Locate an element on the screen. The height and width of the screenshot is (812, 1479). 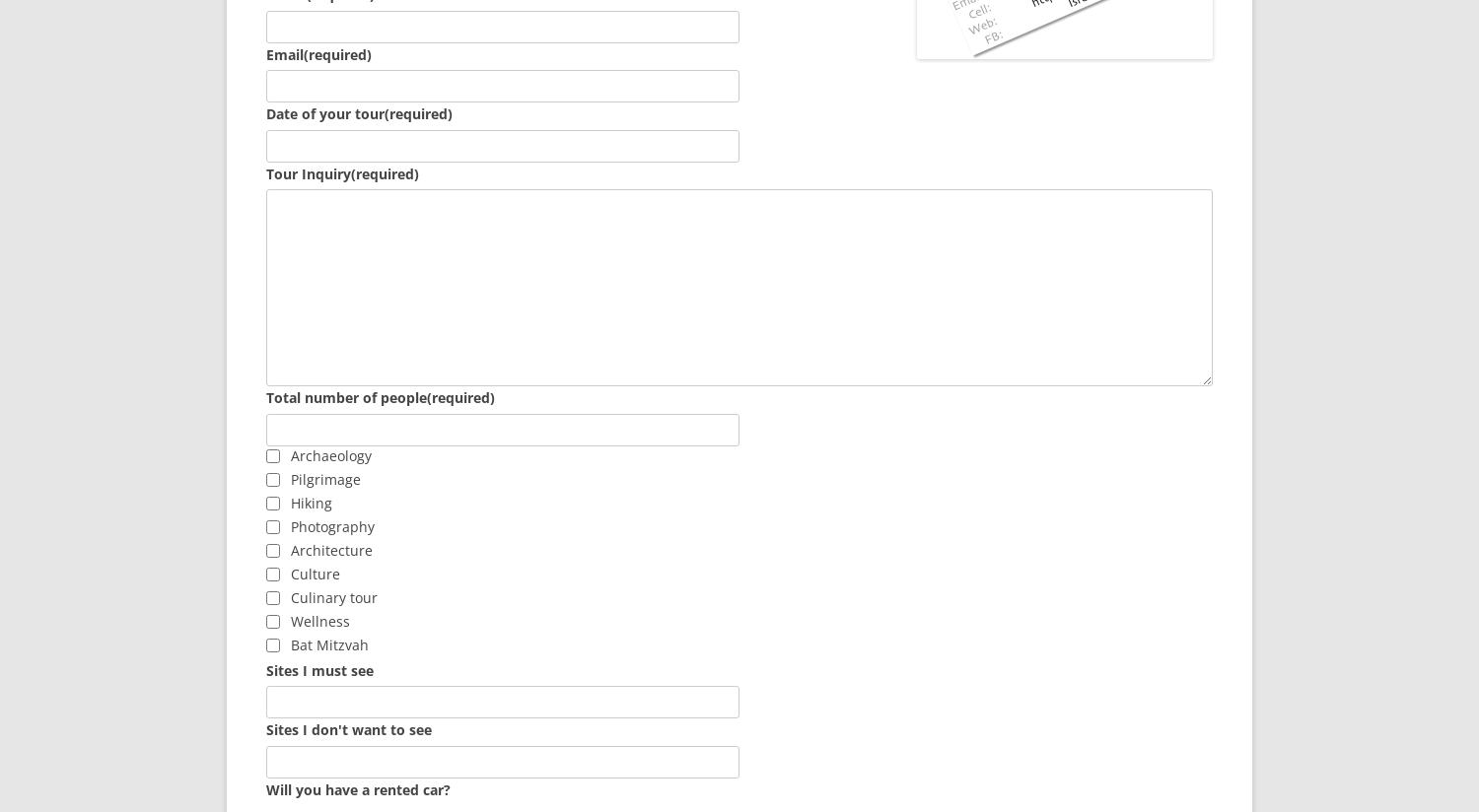
'Date of your tour' is located at coordinates (324, 113).